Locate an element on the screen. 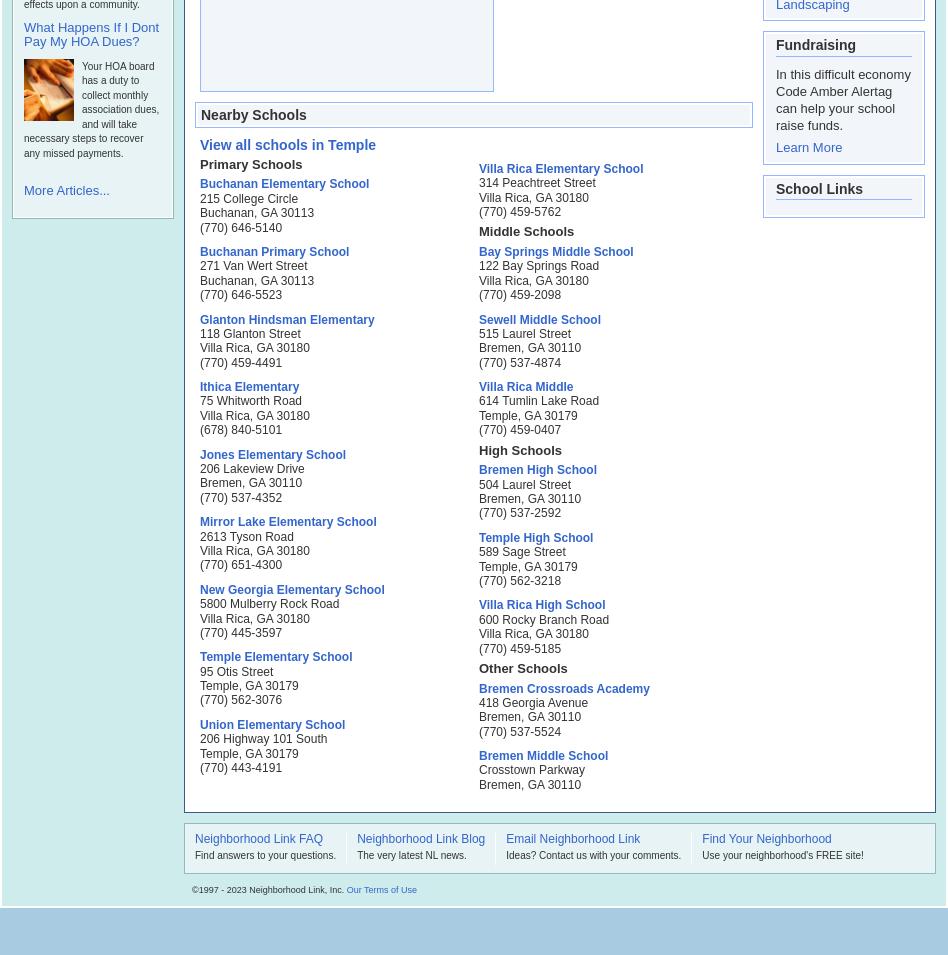 The height and width of the screenshot is (955, 948). 'Glanton Hindsman Elementary' is located at coordinates (286, 318).